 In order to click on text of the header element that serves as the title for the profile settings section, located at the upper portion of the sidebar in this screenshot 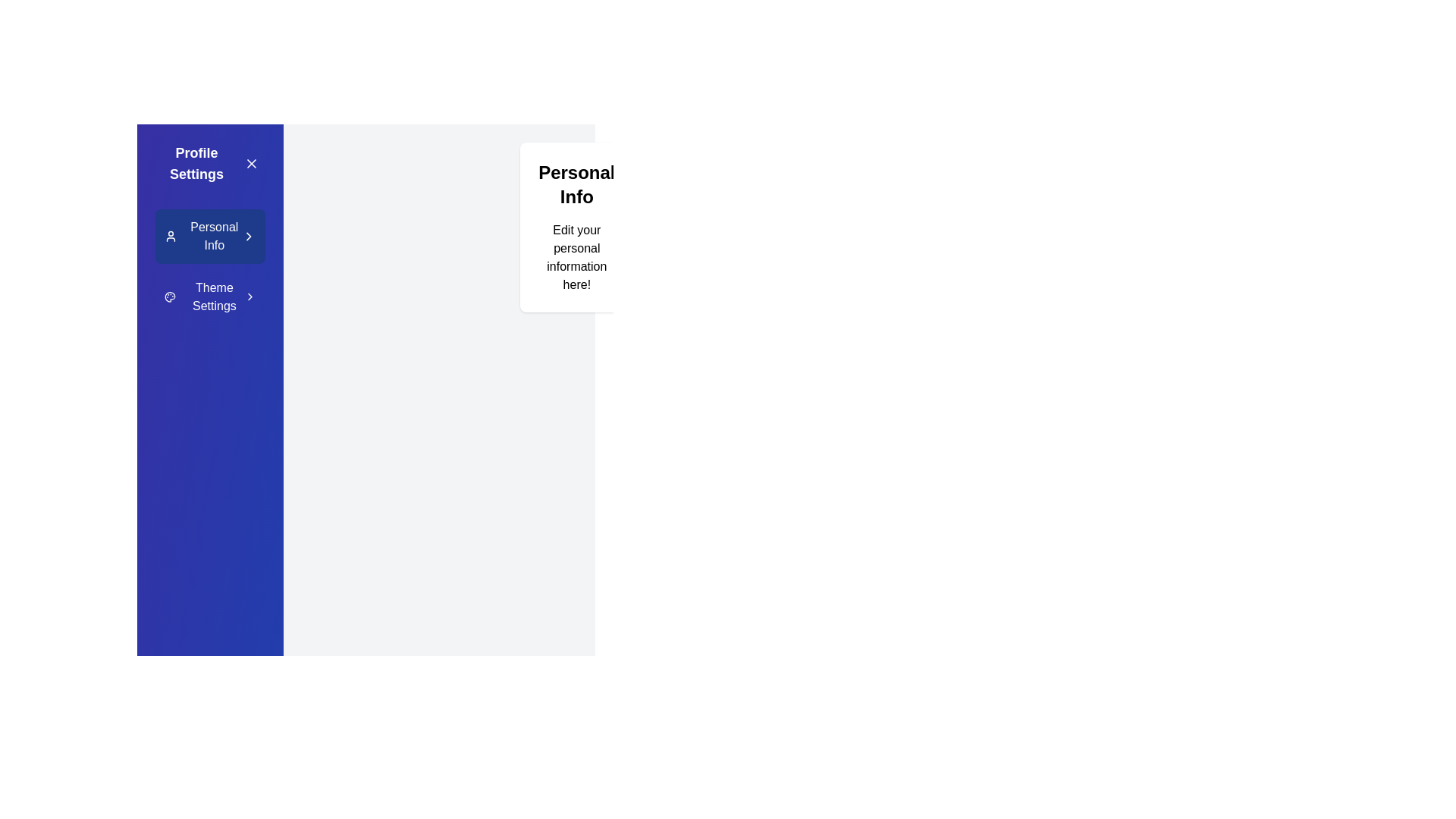, I will do `click(196, 164)`.